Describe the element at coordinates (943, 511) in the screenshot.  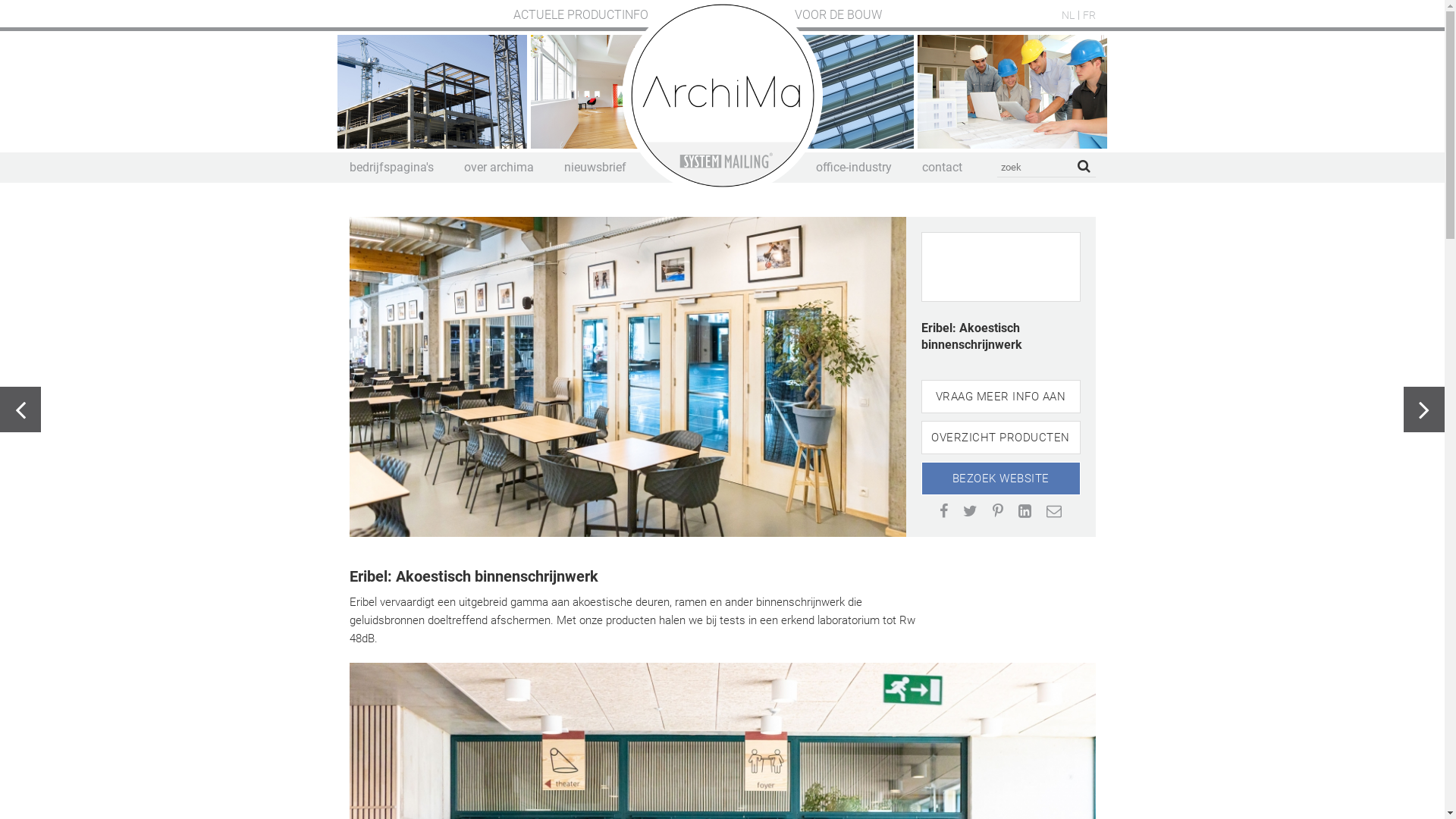
I see `'Facebook'` at that location.